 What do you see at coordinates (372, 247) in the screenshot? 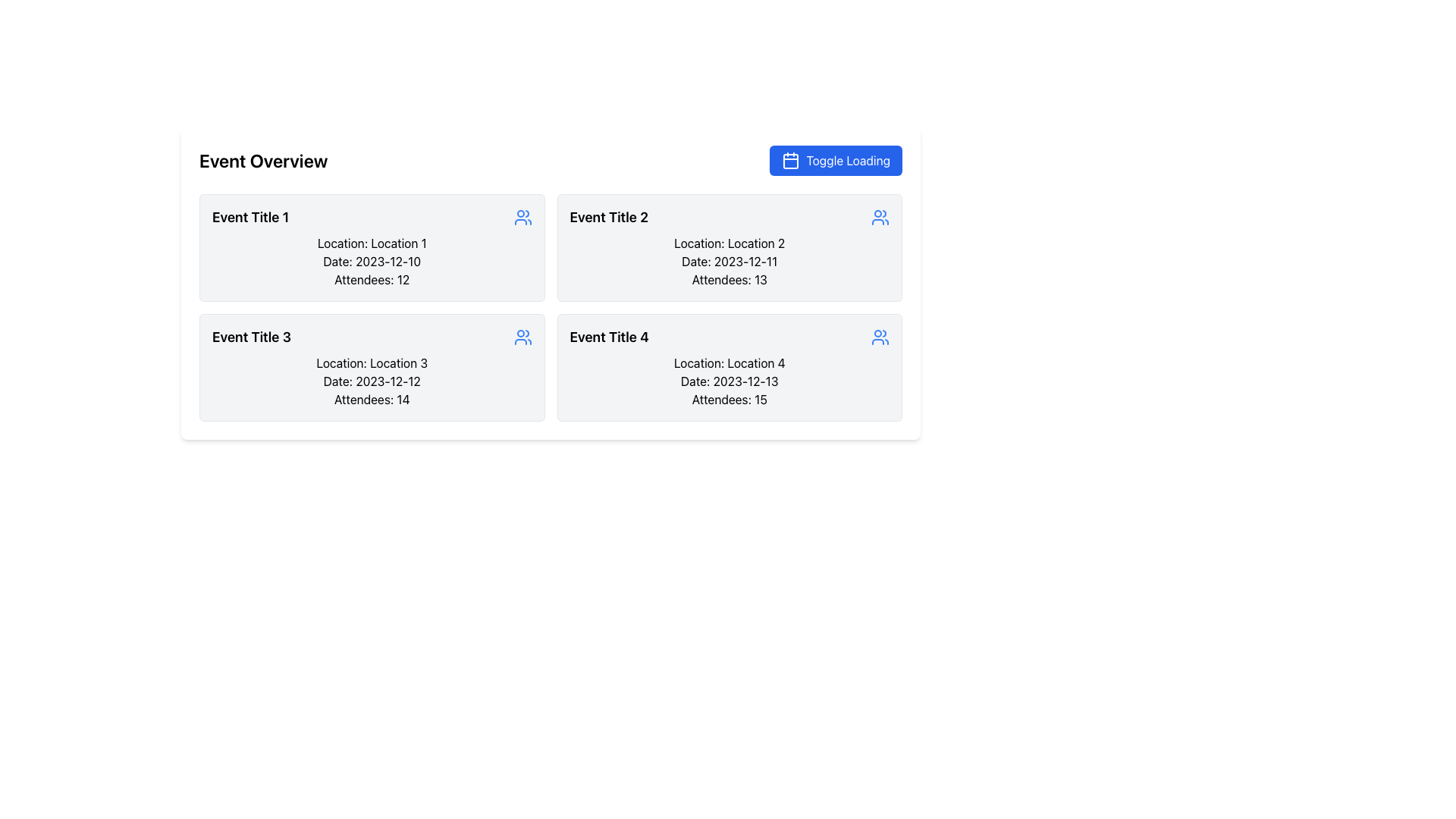
I see `the Event Information Panel displaying 'Event Title 1'` at bounding box center [372, 247].